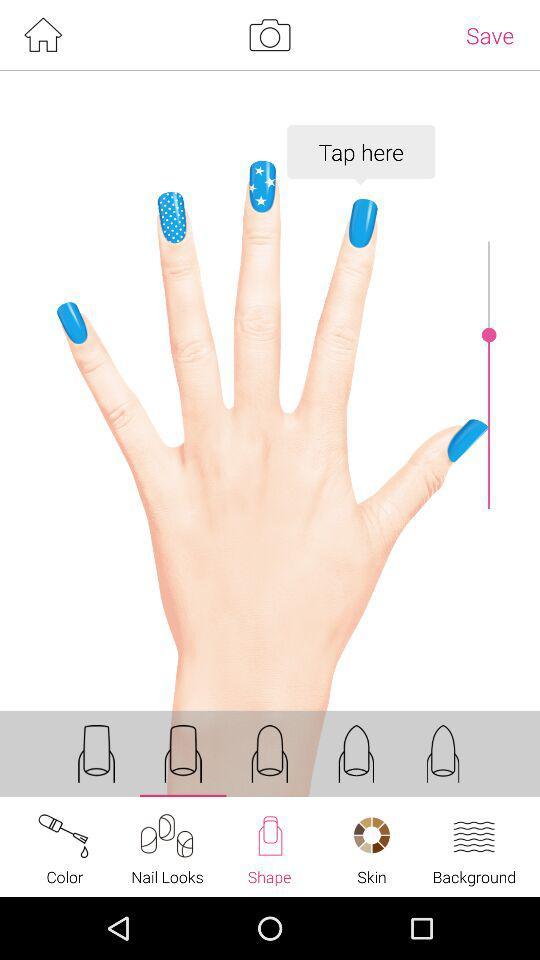  Describe the element at coordinates (42, 36) in the screenshot. I see `the home icon` at that location.